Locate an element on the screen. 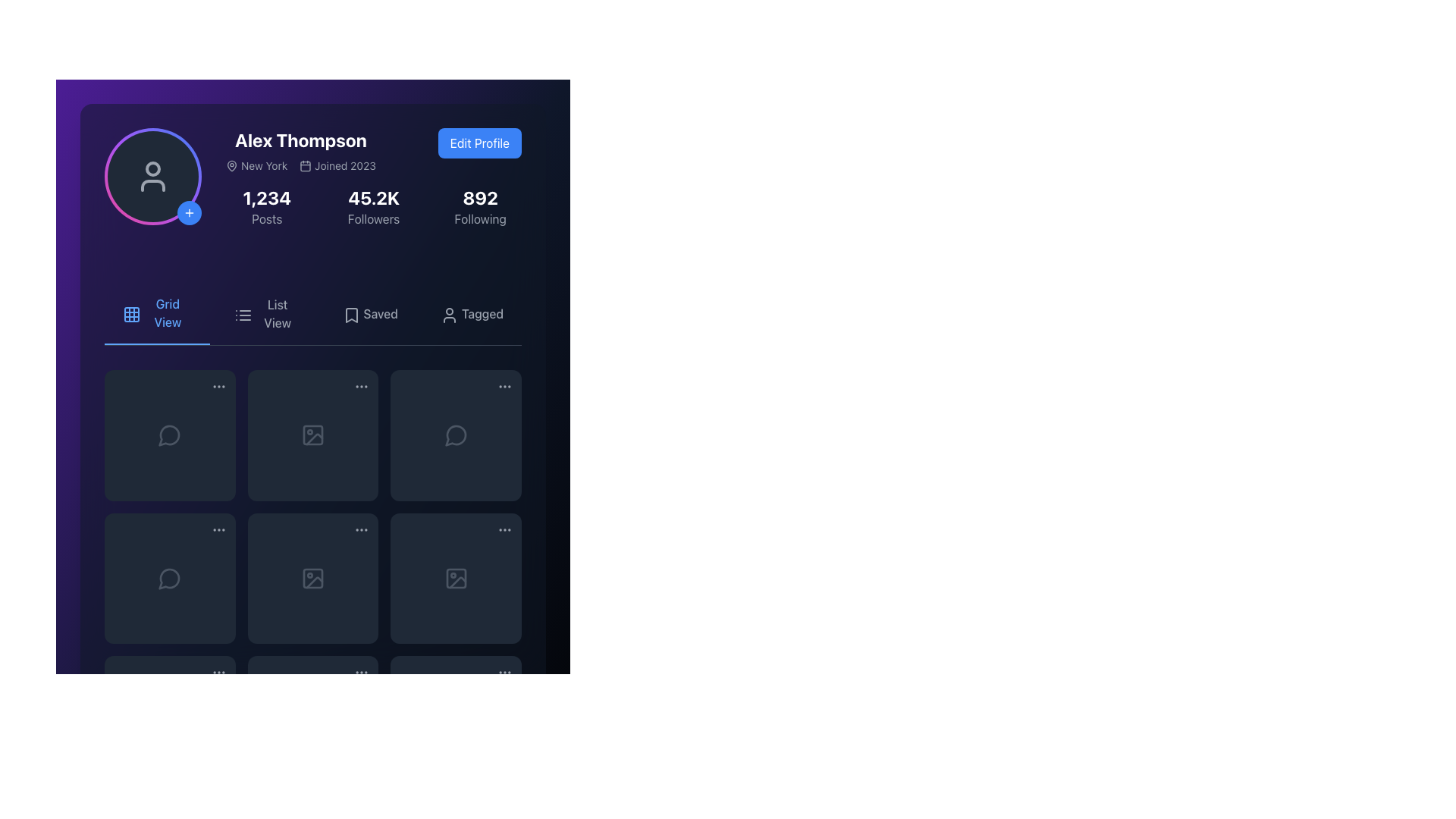 Image resolution: width=1456 pixels, height=819 pixels. the Interactive Image Placeholder located is located at coordinates (455, 579).